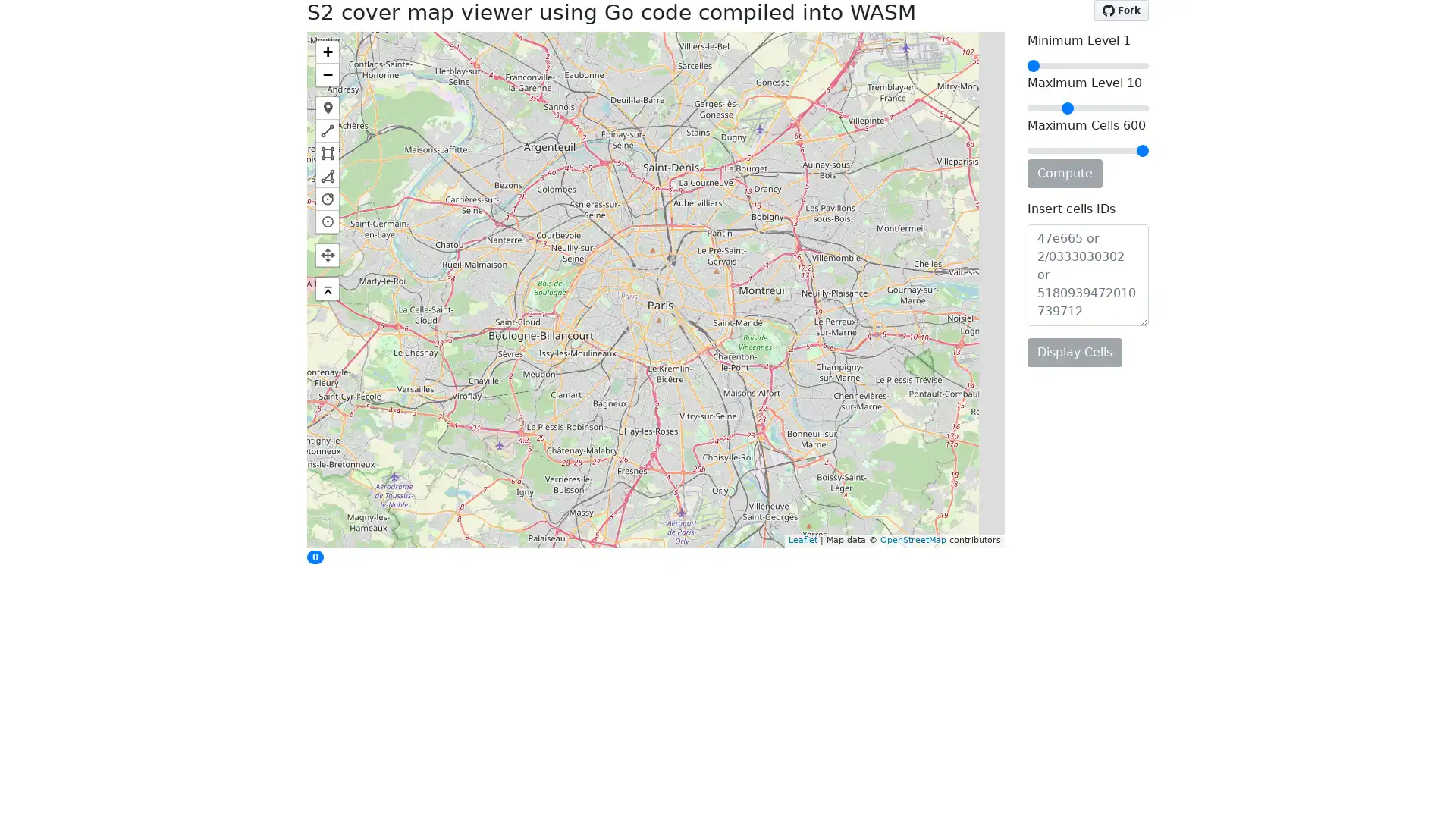 The width and height of the screenshot is (1456, 819). I want to click on Display Cells, so click(1074, 351).